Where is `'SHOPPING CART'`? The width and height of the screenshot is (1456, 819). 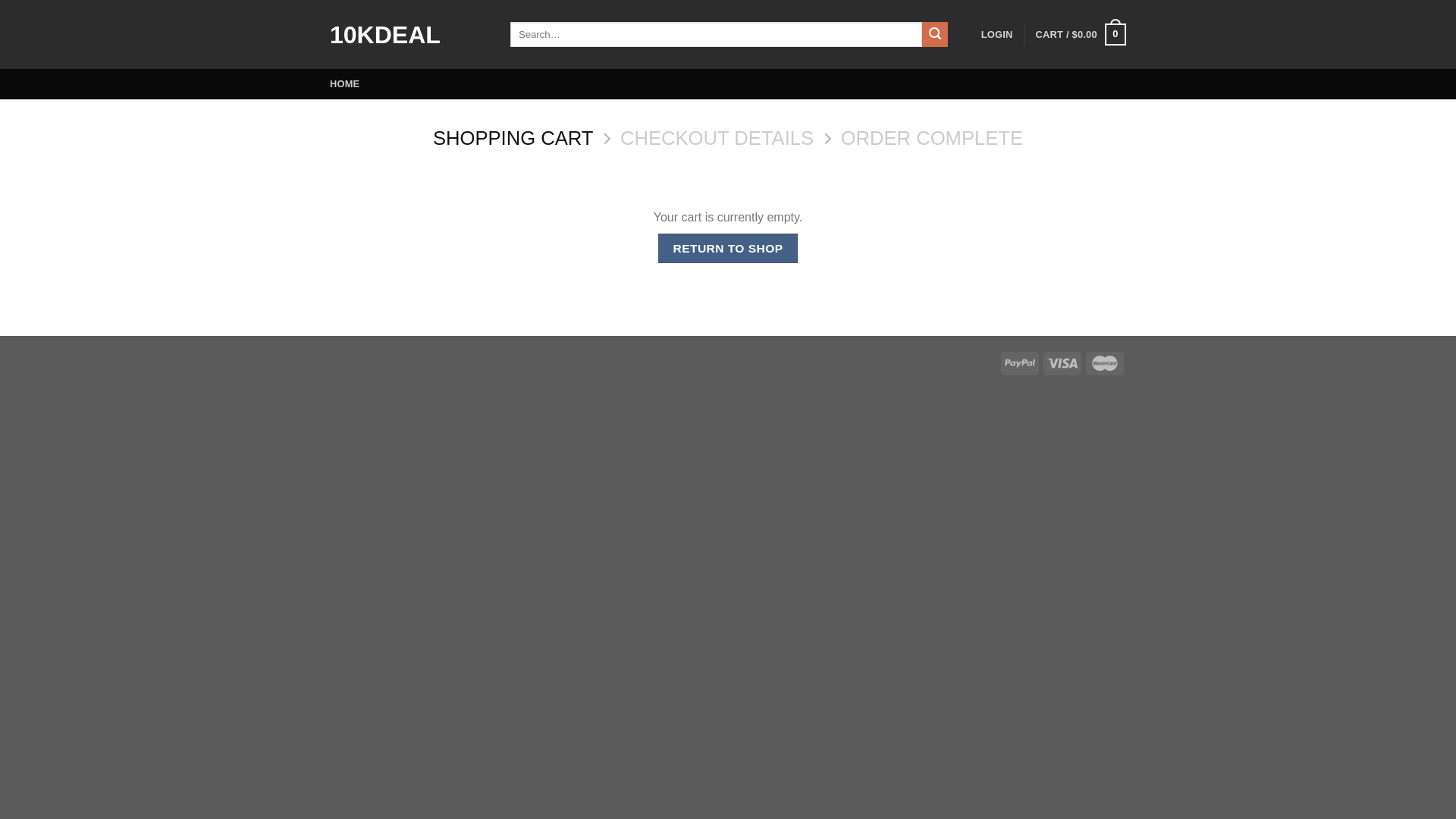 'SHOPPING CART' is located at coordinates (513, 138).